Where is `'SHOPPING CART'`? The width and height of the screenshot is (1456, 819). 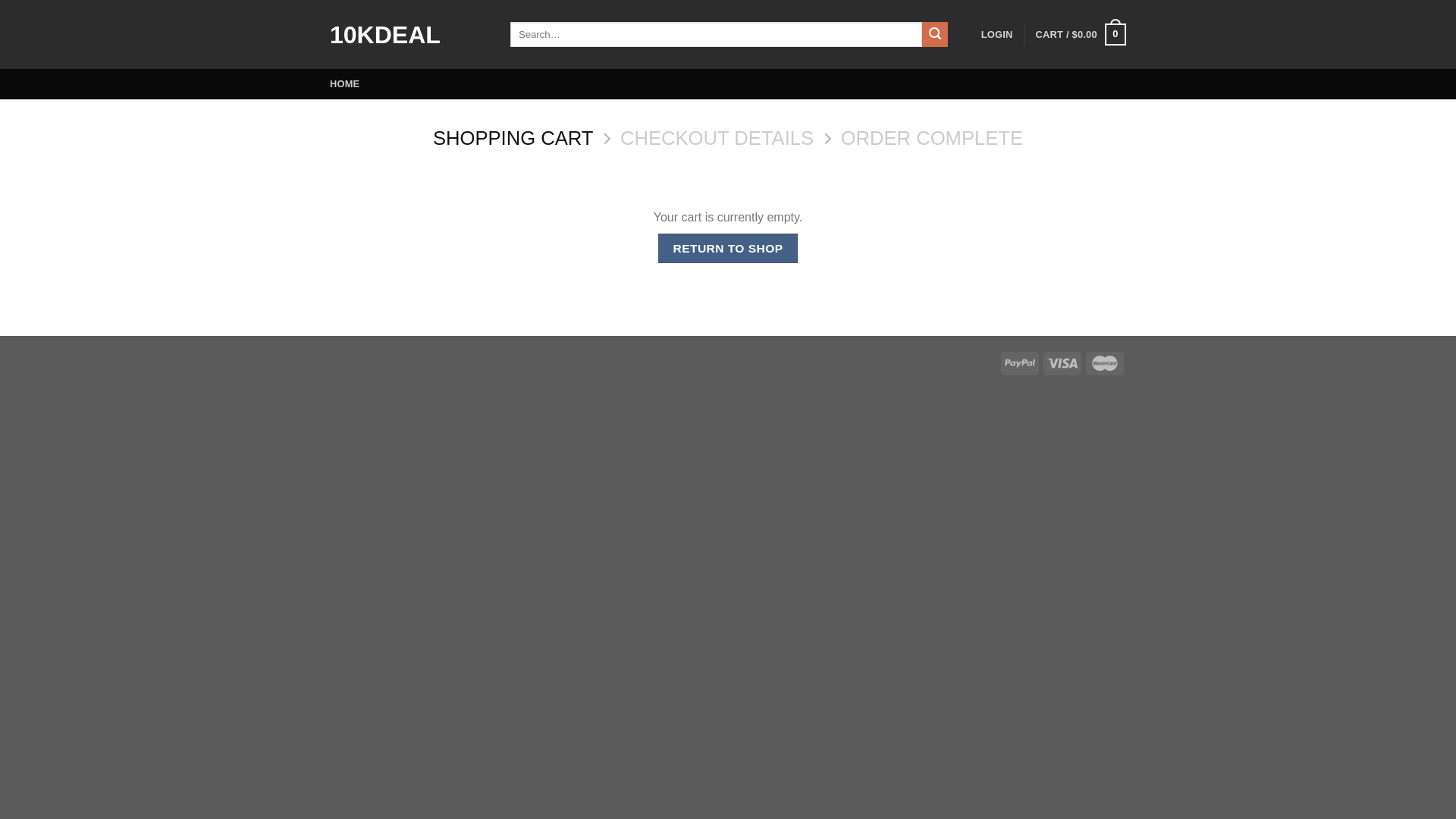 'SHOPPING CART' is located at coordinates (513, 138).